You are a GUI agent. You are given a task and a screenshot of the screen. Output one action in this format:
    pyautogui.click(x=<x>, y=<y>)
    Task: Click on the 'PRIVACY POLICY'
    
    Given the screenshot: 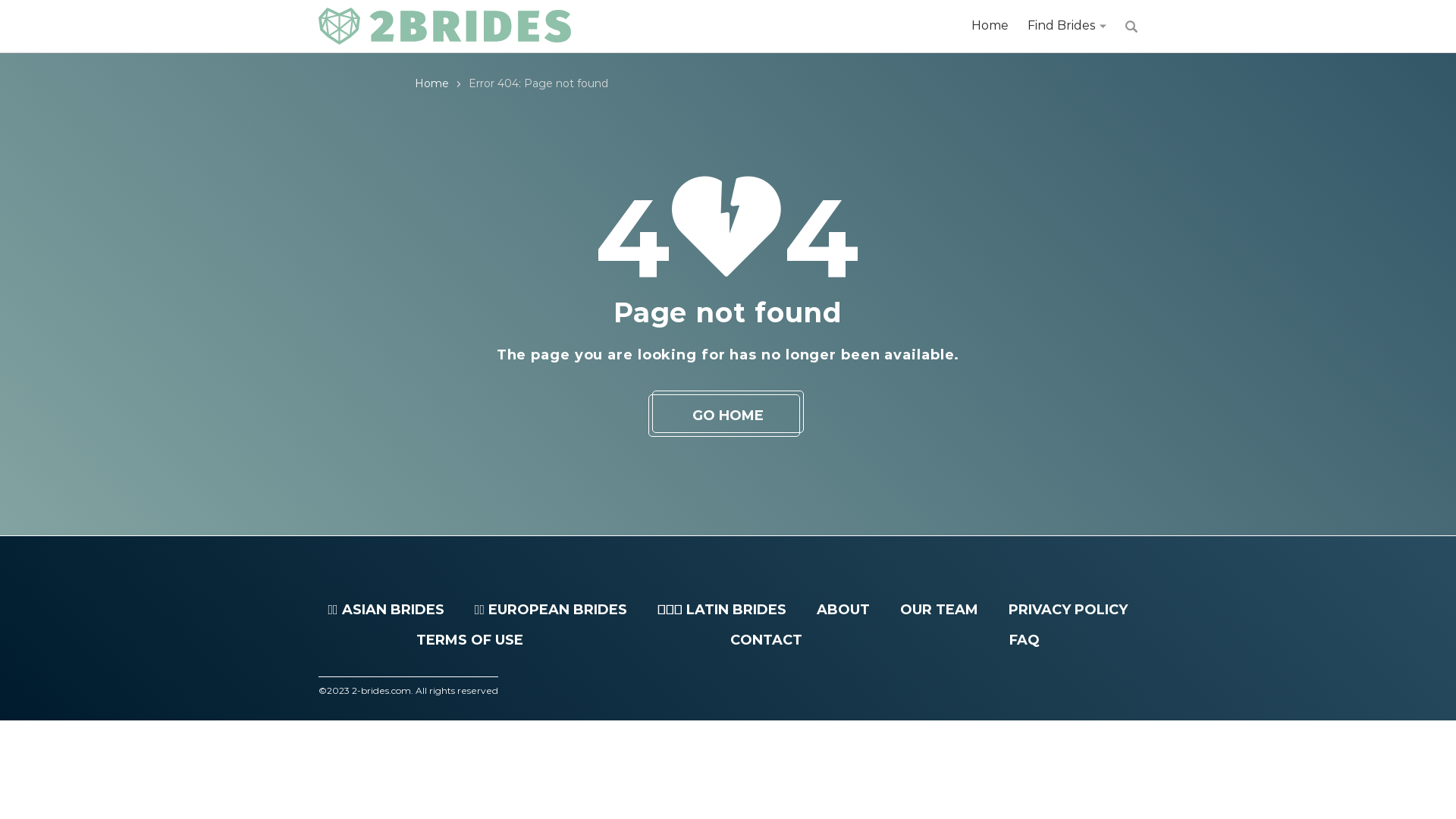 What is the action you would take?
    pyautogui.click(x=1067, y=608)
    